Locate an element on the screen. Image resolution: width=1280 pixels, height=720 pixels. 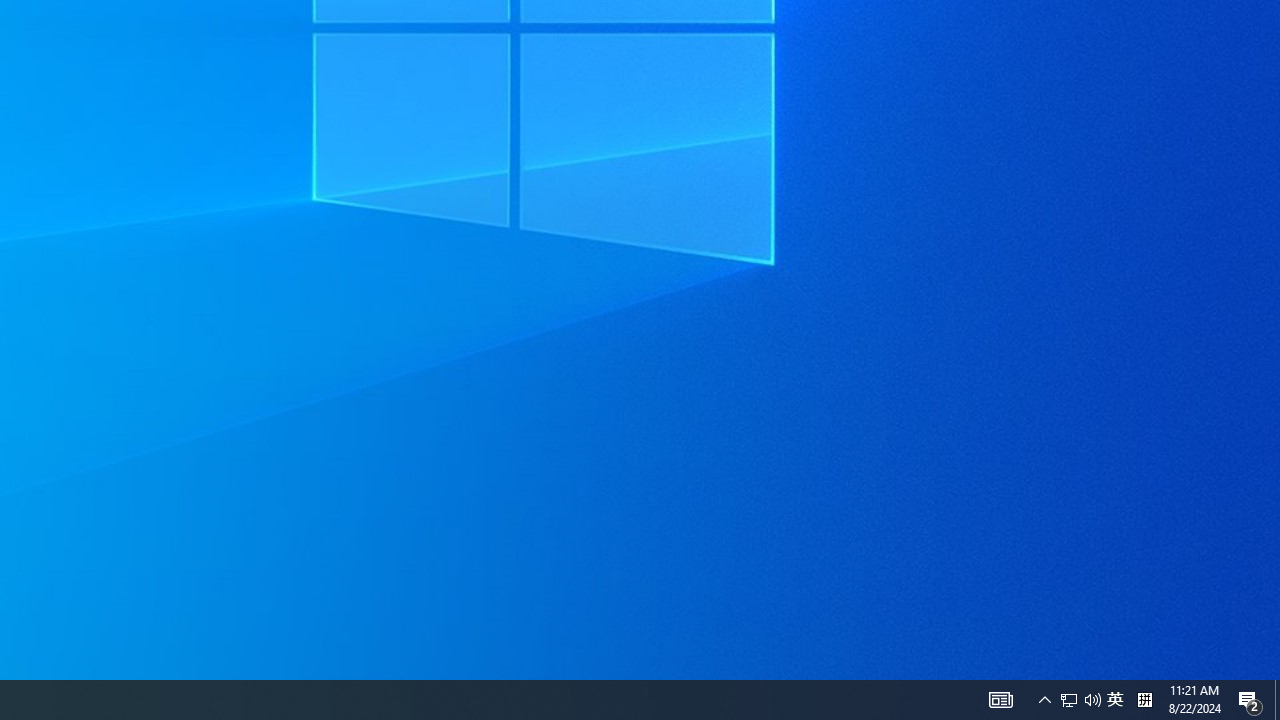
'Tray Input Indicator - Chinese (Simplified, China)' is located at coordinates (1144, 698).